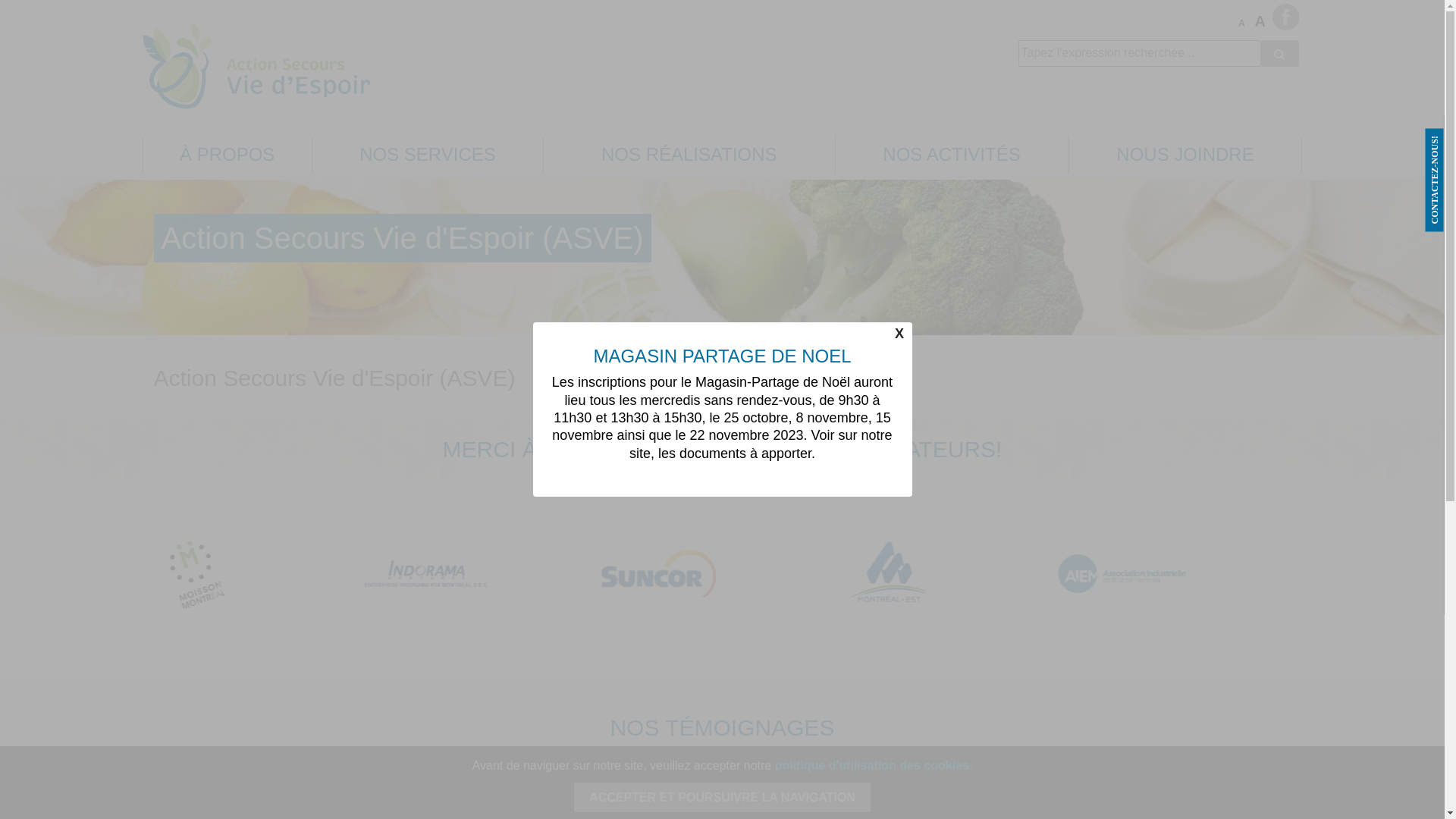  What do you see at coordinates (1185, 154) in the screenshot?
I see `'NOUS JOINDRE'` at bounding box center [1185, 154].